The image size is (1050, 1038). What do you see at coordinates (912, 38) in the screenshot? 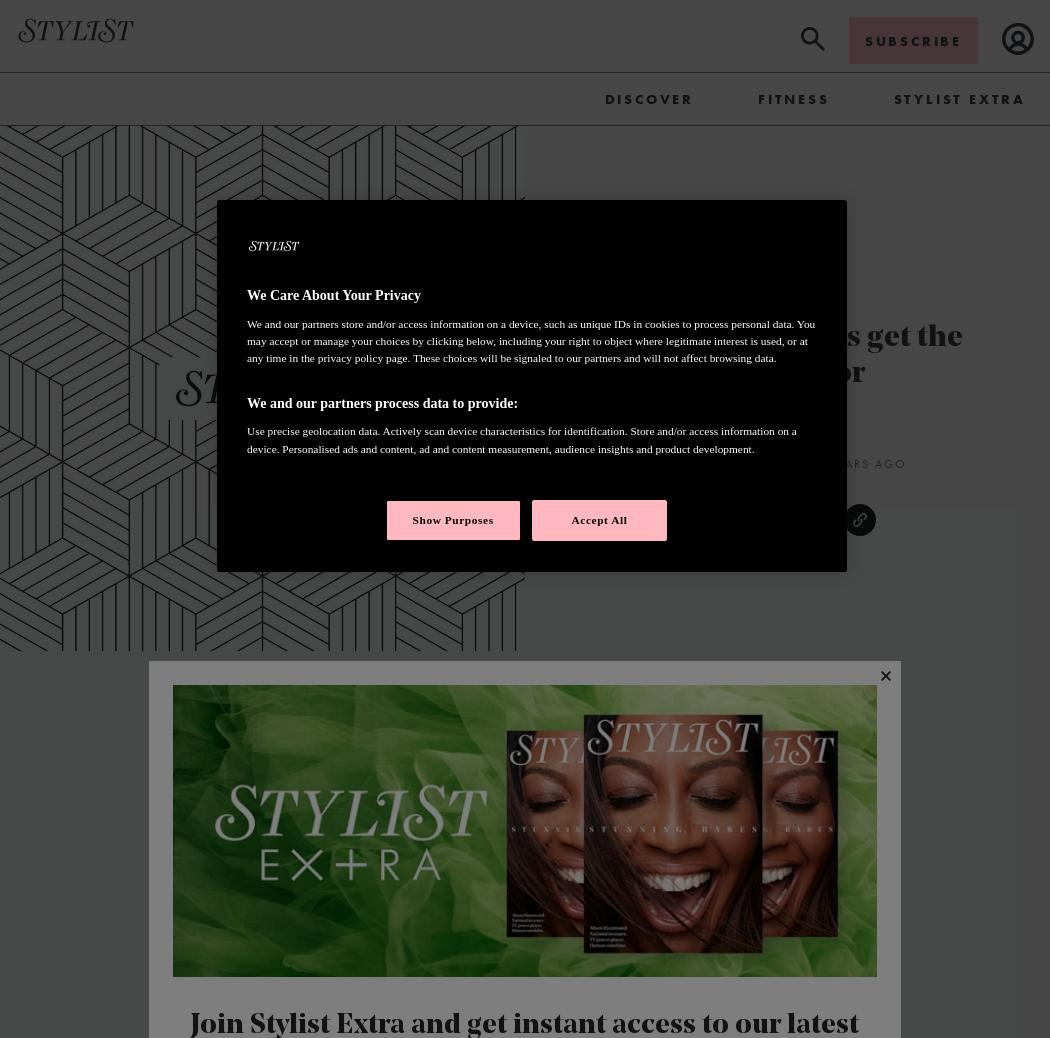
I see `'Subscribe'` at bounding box center [912, 38].